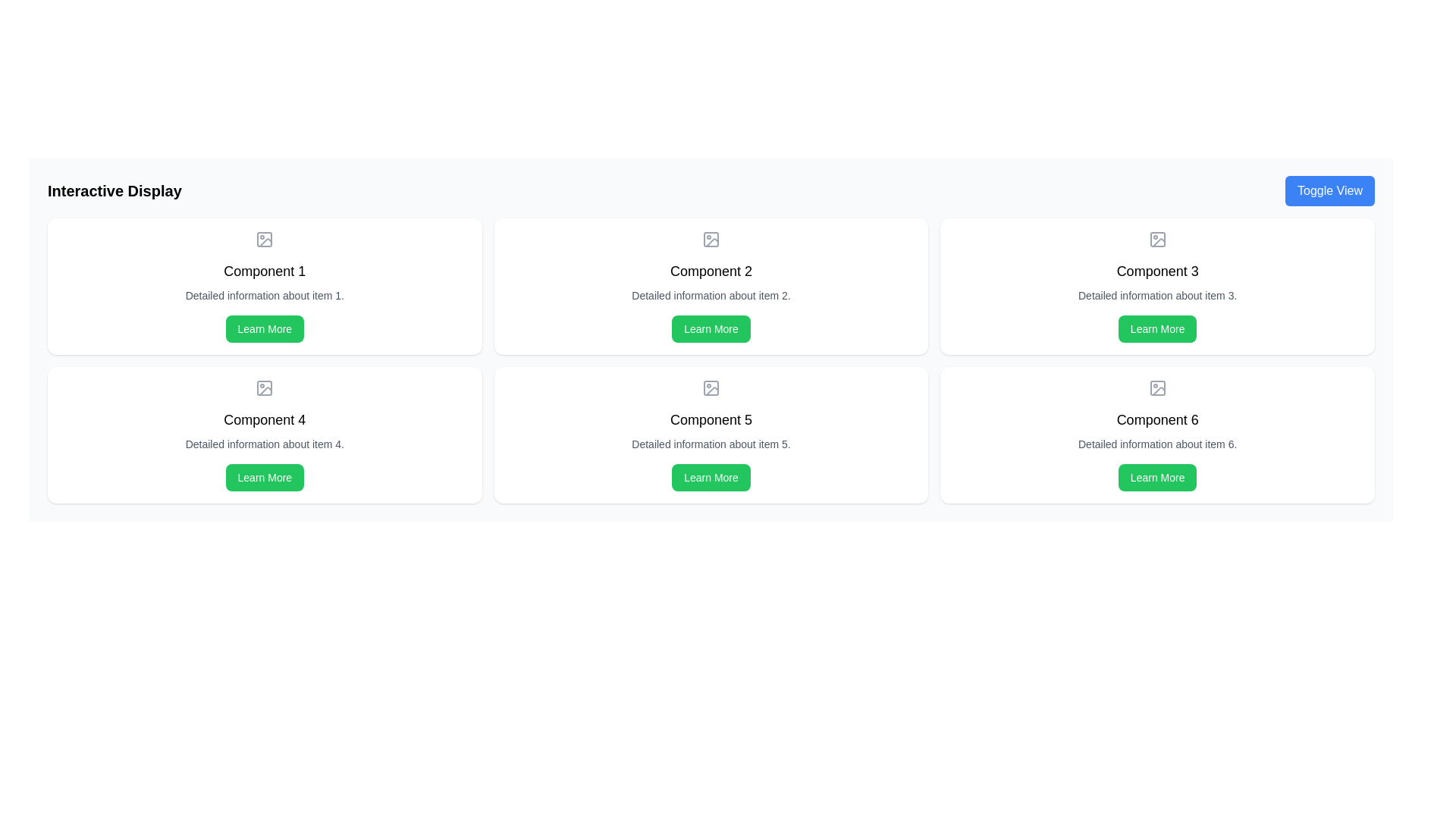  Describe the element at coordinates (710, 328) in the screenshot. I see `the green rectangular button labeled 'Learn More' that is centrally positioned below 'Component 2' to learn more about it` at that location.